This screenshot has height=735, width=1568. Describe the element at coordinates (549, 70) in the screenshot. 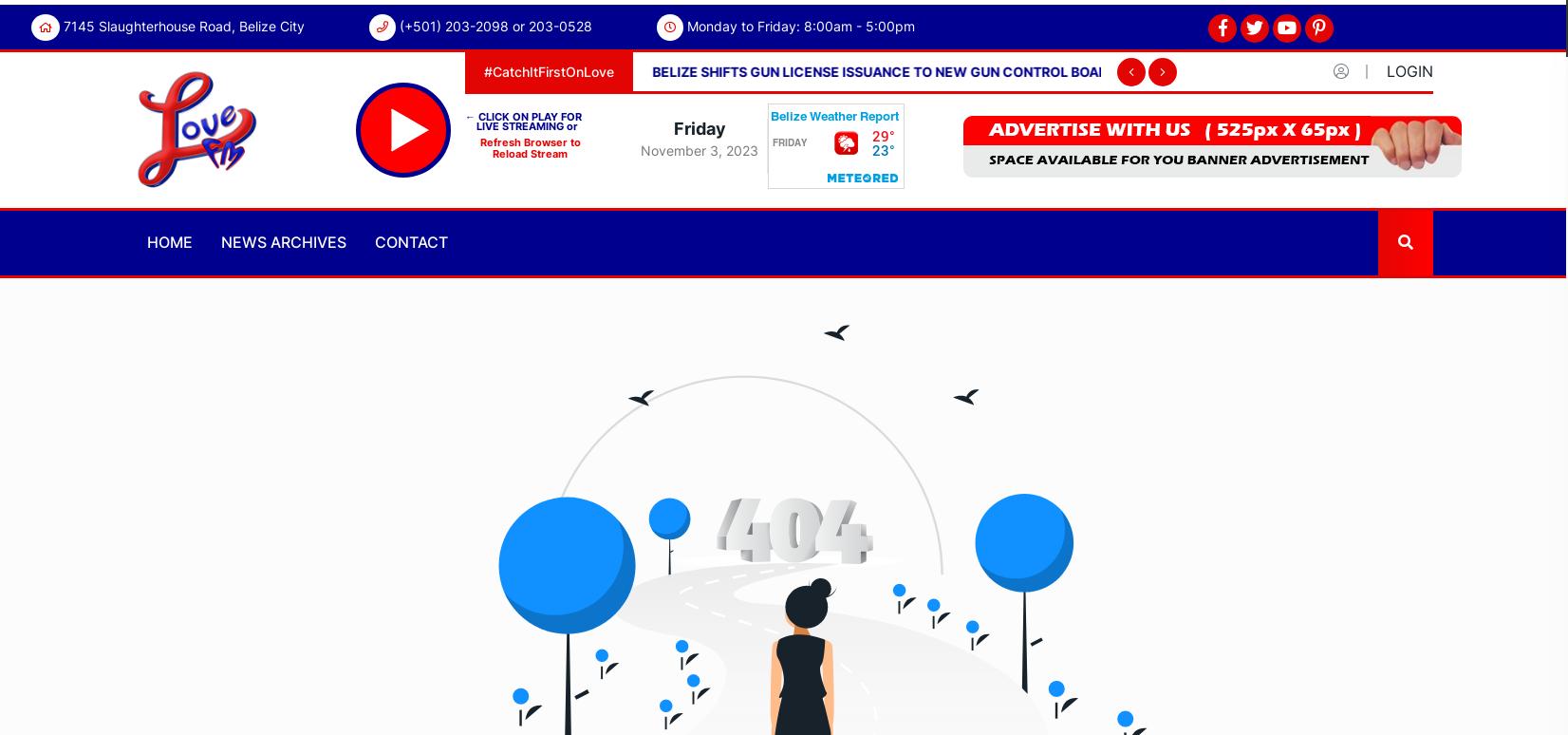

I see `'#CatchItFirstOnLove'` at that location.